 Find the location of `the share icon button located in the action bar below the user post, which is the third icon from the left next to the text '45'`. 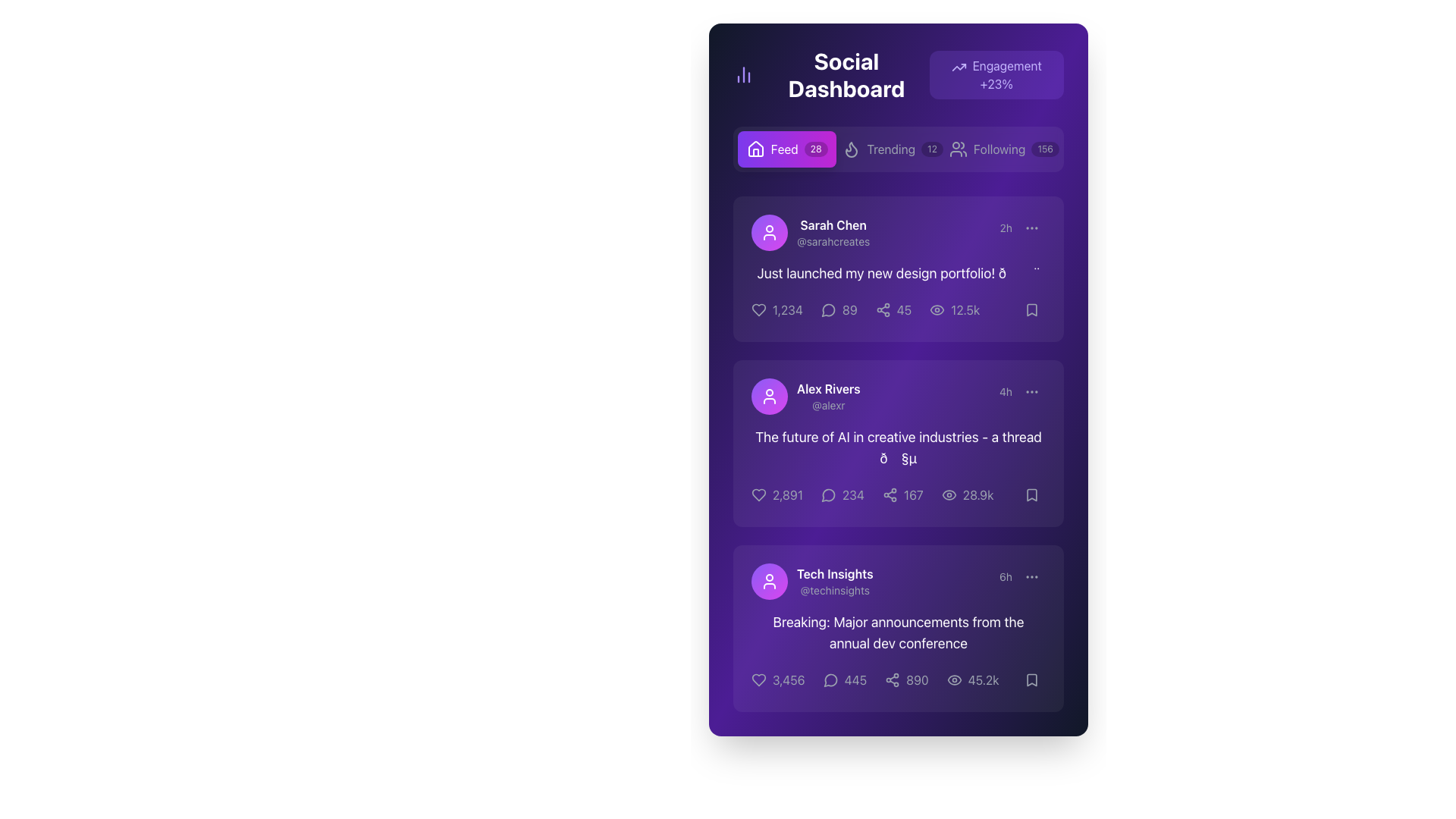

the share icon button located in the action bar below the user post, which is the third icon from the left next to the text '45' is located at coordinates (883, 309).